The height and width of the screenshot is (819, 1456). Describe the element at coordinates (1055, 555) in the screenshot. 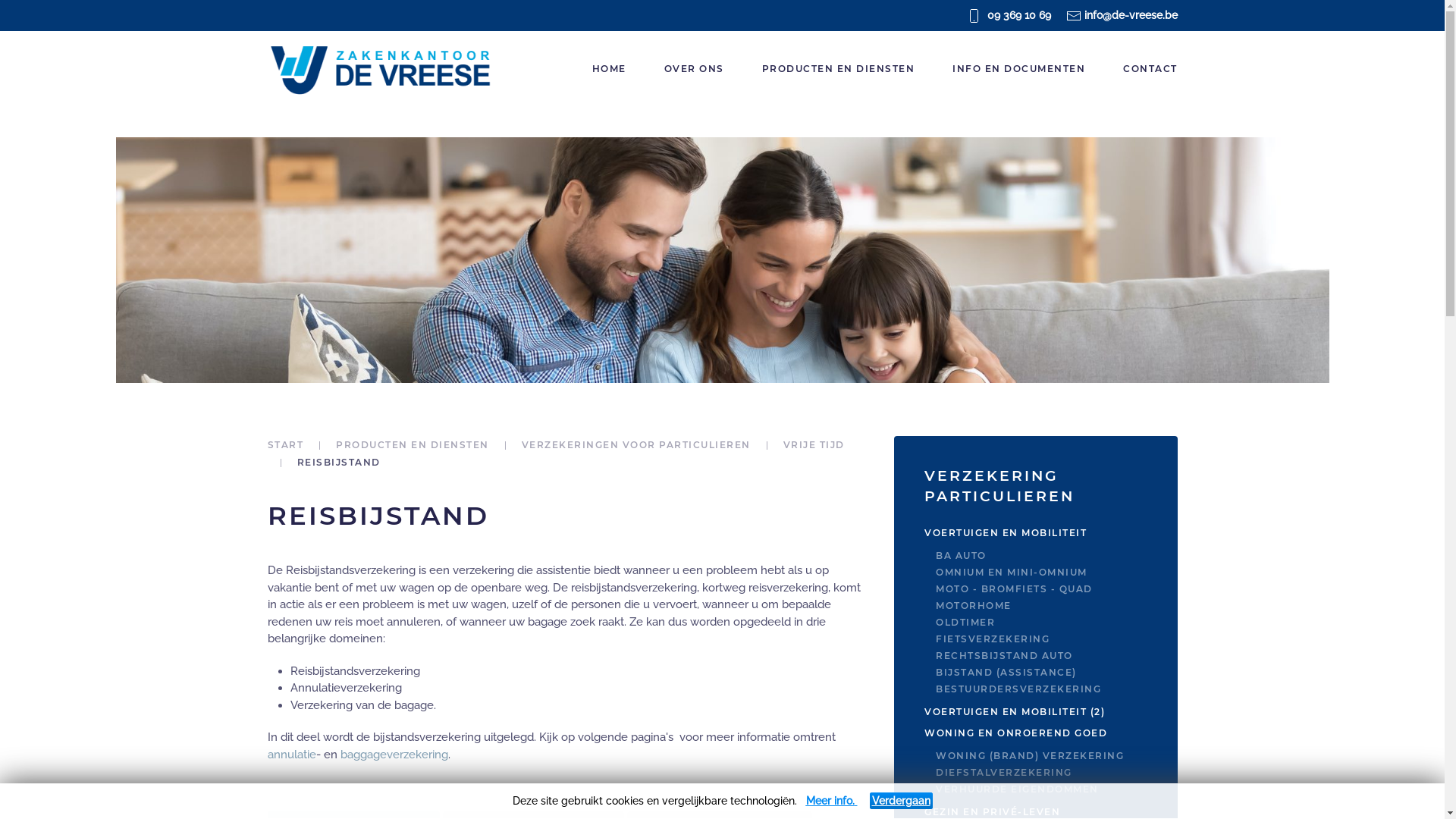

I see `'BA AUTO'` at that location.